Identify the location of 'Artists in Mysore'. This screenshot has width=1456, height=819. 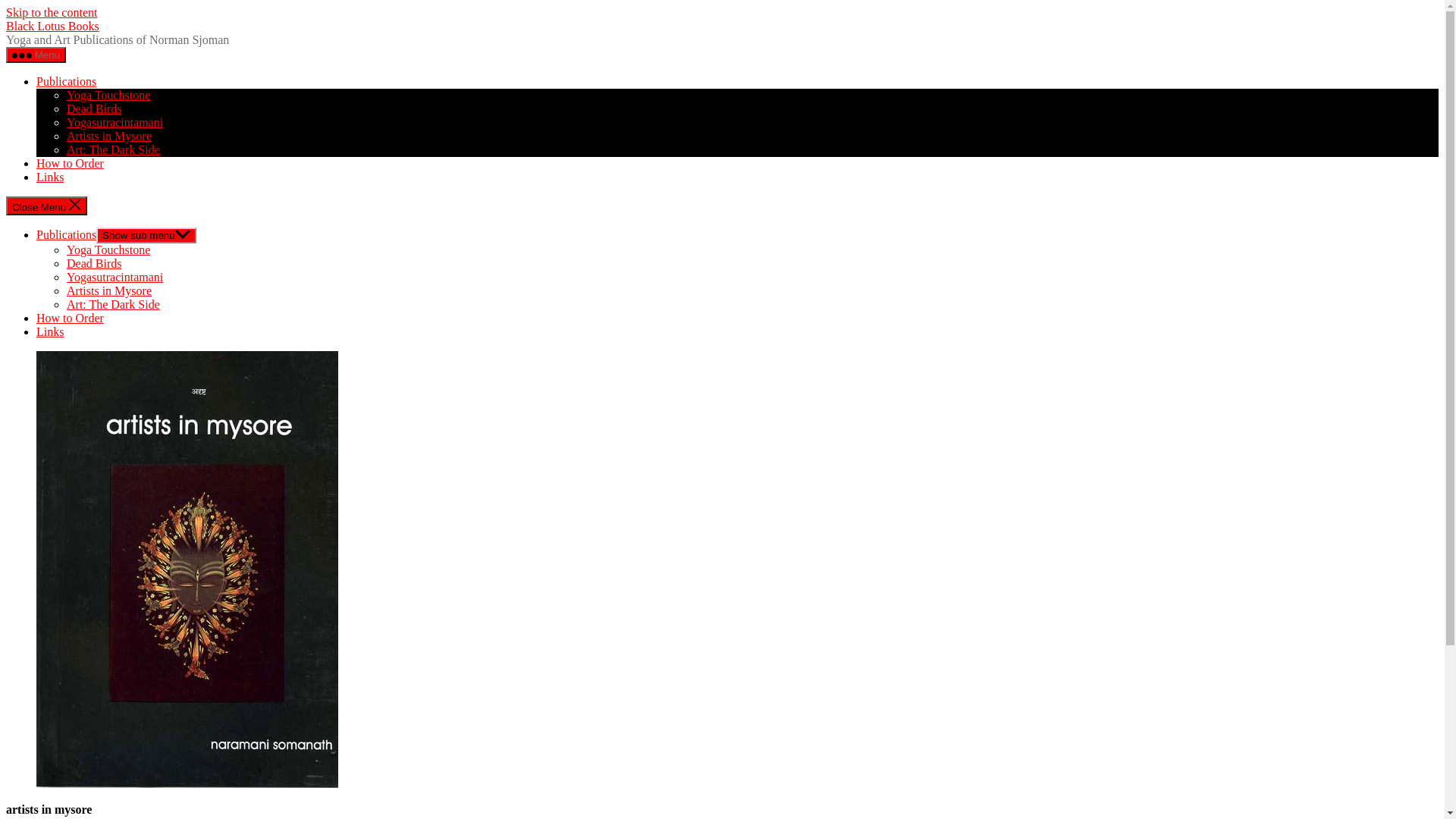
(108, 135).